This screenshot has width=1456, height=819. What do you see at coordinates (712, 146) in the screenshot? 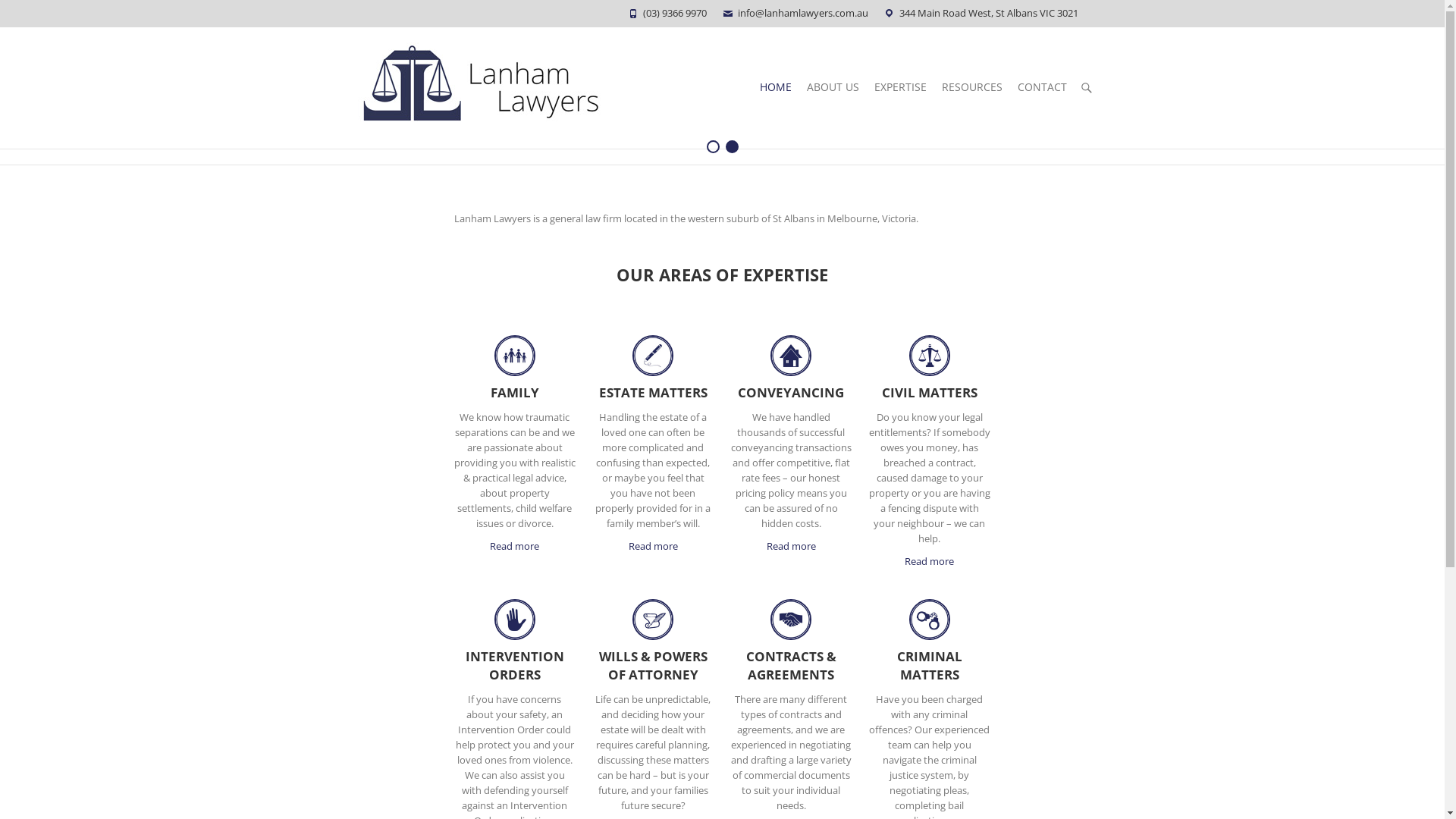
I see `'1'` at bounding box center [712, 146].